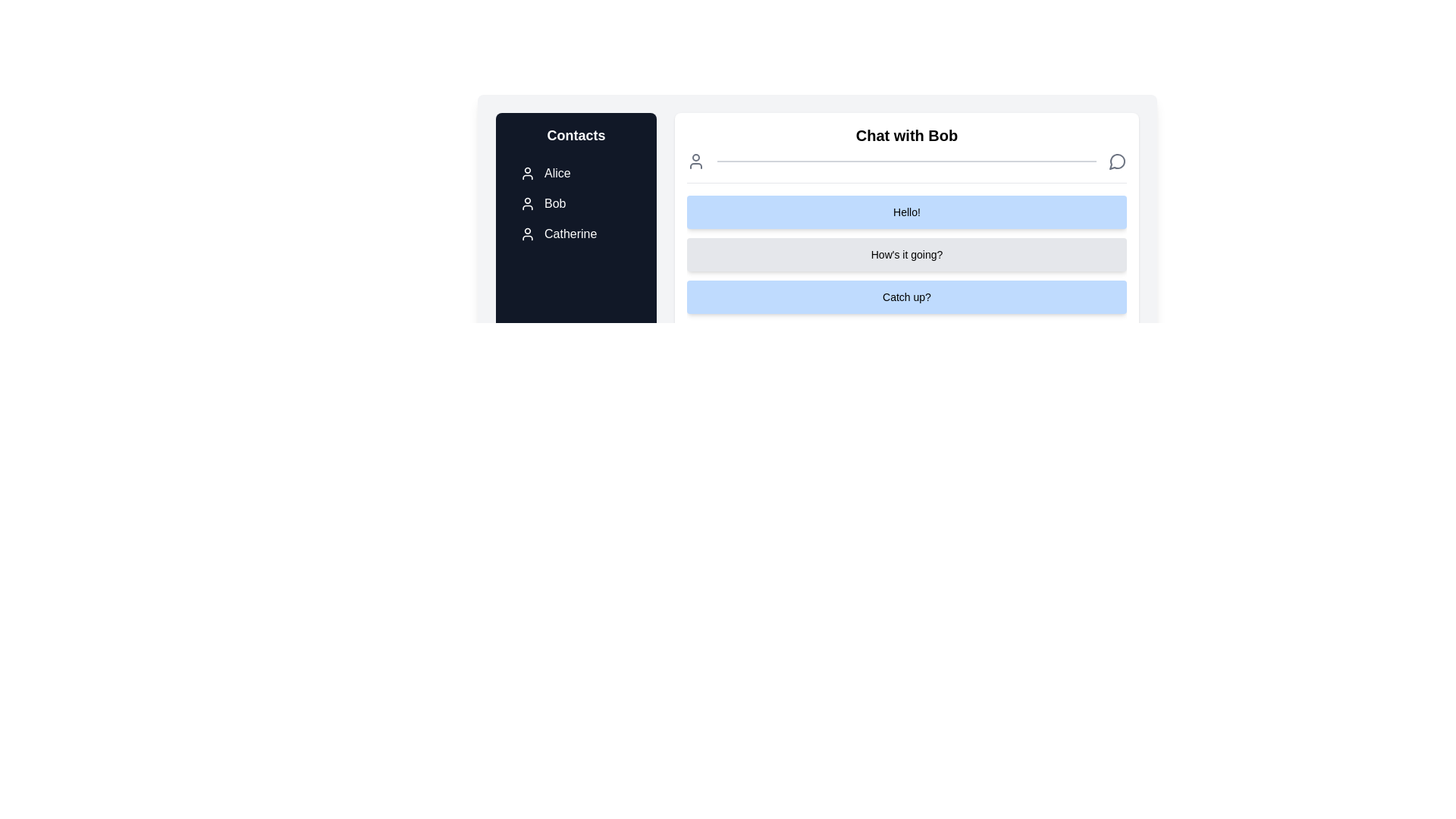  Describe the element at coordinates (575, 234) in the screenshot. I see `the list item displaying the name 'Catherine'` at that location.